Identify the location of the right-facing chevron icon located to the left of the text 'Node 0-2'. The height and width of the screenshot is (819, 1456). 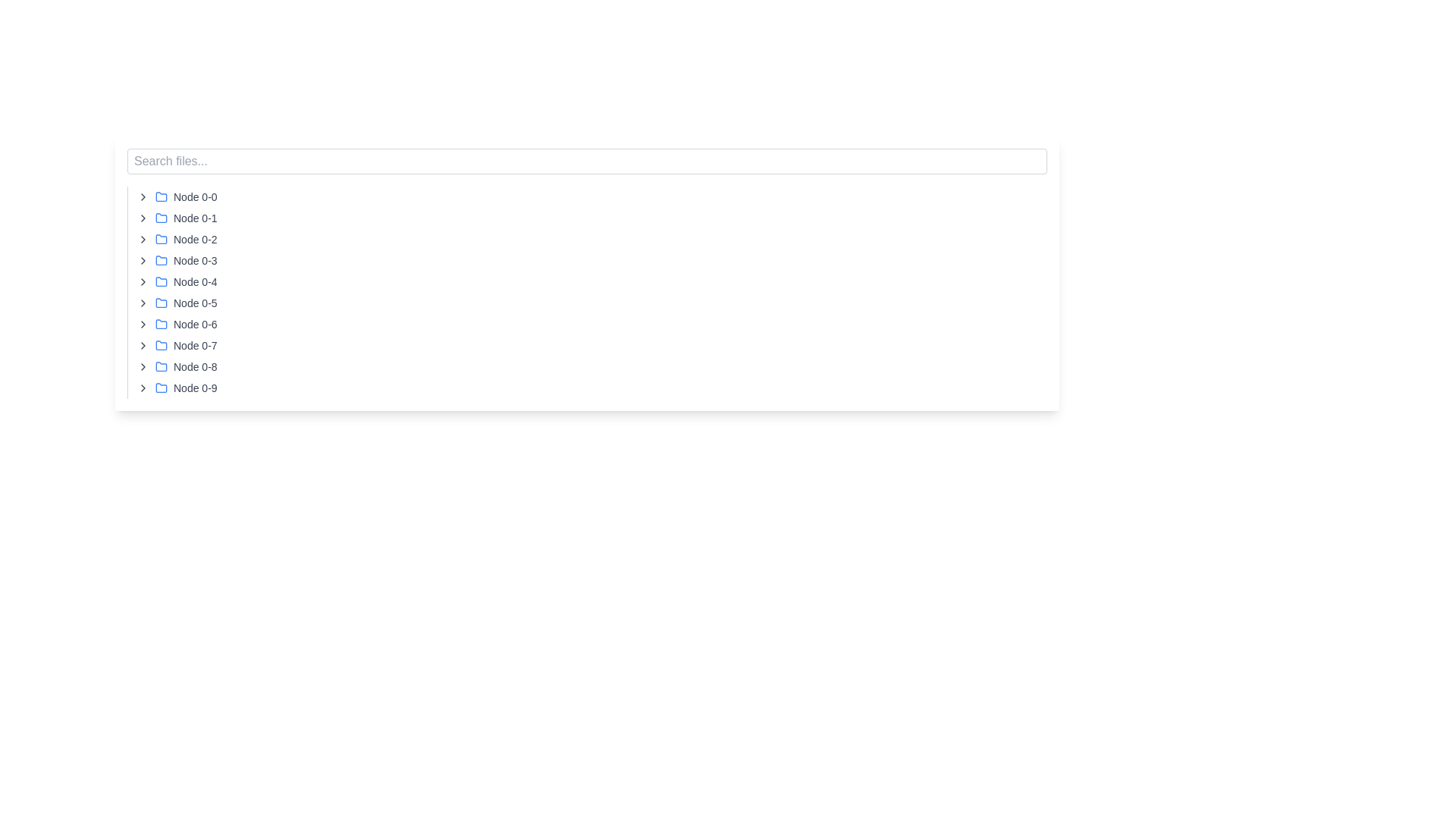
(143, 239).